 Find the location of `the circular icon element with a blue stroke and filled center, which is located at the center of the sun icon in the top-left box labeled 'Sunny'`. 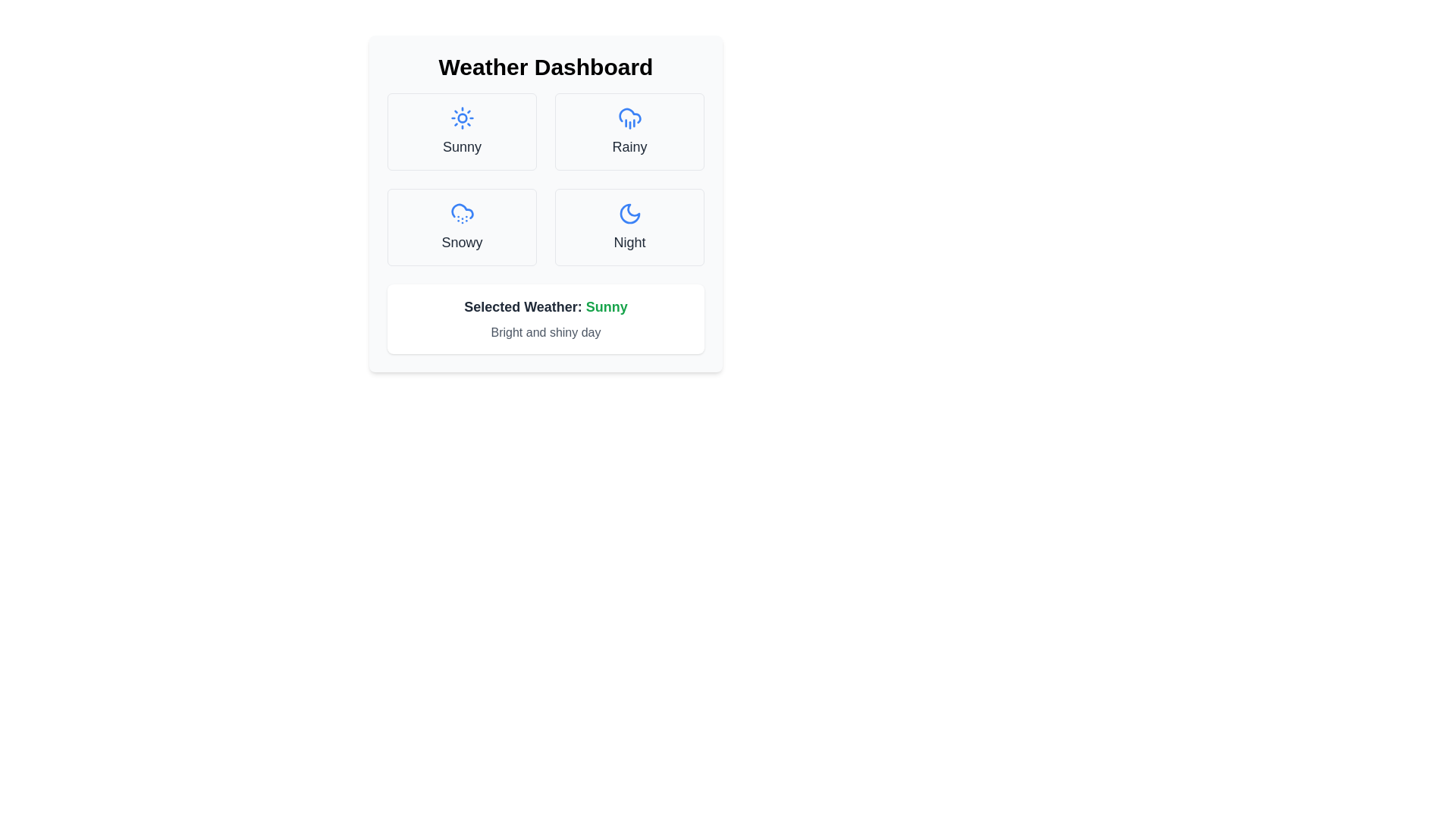

the circular icon element with a blue stroke and filled center, which is located at the center of the sun icon in the top-left box labeled 'Sunny' is located at coordinates (461, 117).